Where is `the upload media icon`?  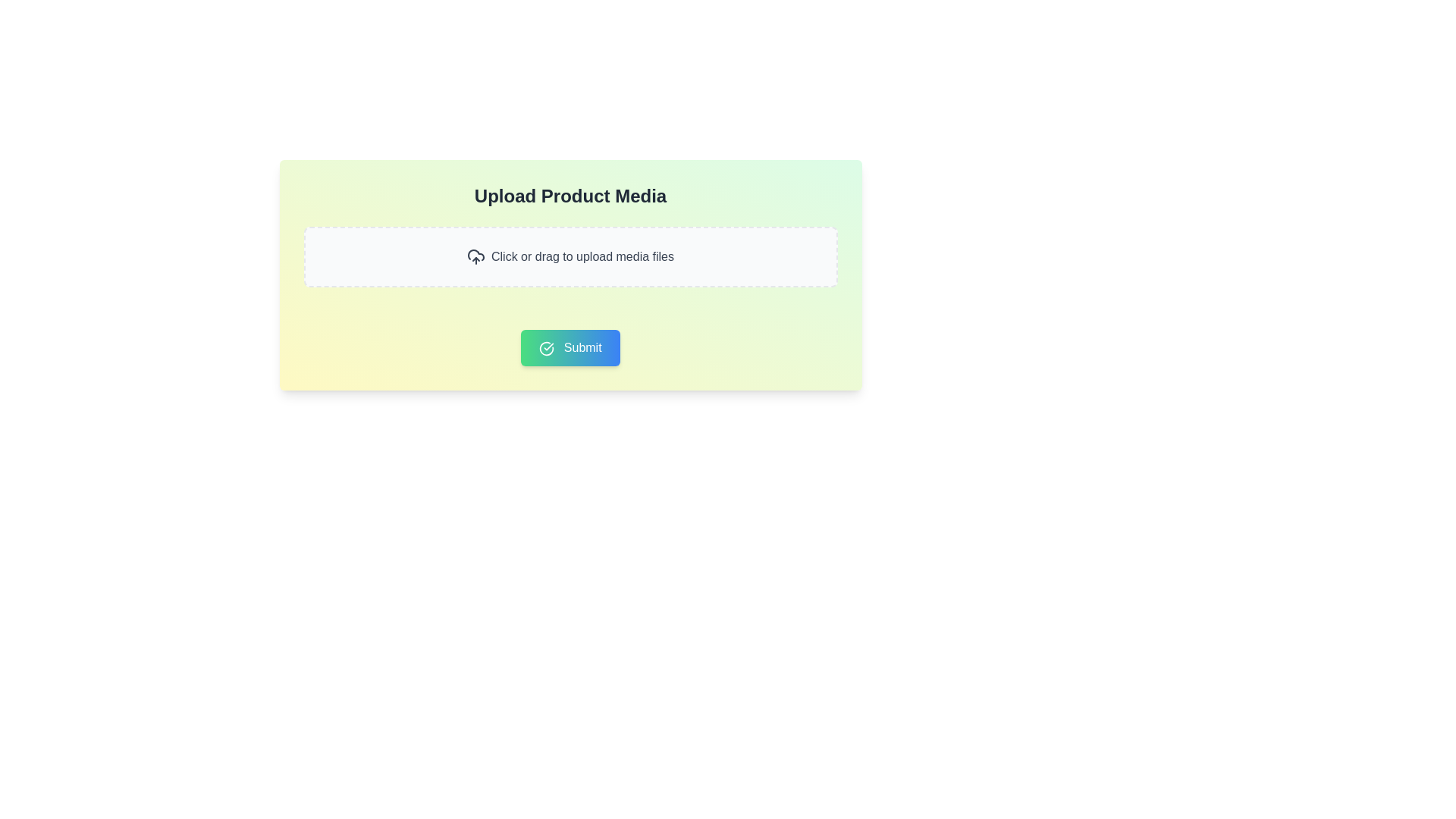 the upload media icon is located at coordinates (475, 256).